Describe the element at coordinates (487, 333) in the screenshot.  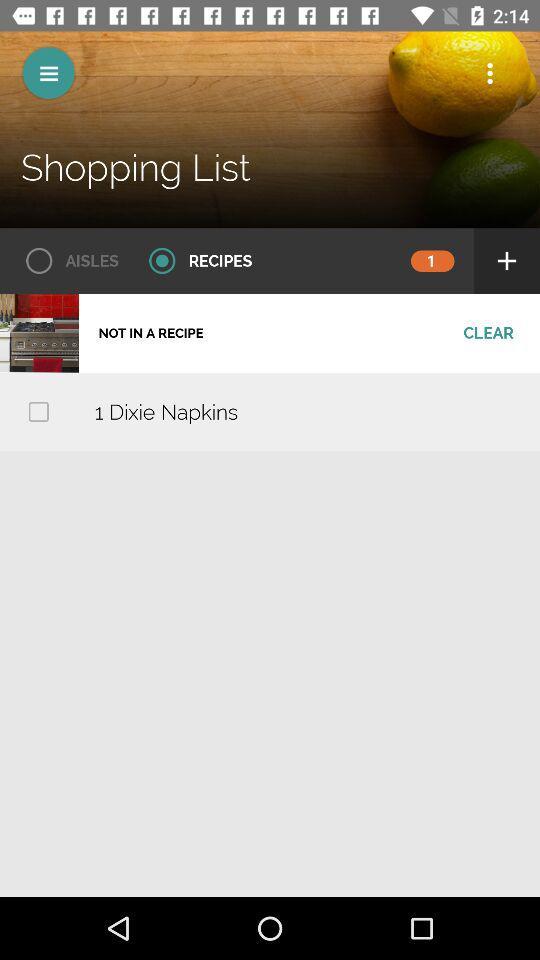
I see `the icon to the right of not in a` at that location.